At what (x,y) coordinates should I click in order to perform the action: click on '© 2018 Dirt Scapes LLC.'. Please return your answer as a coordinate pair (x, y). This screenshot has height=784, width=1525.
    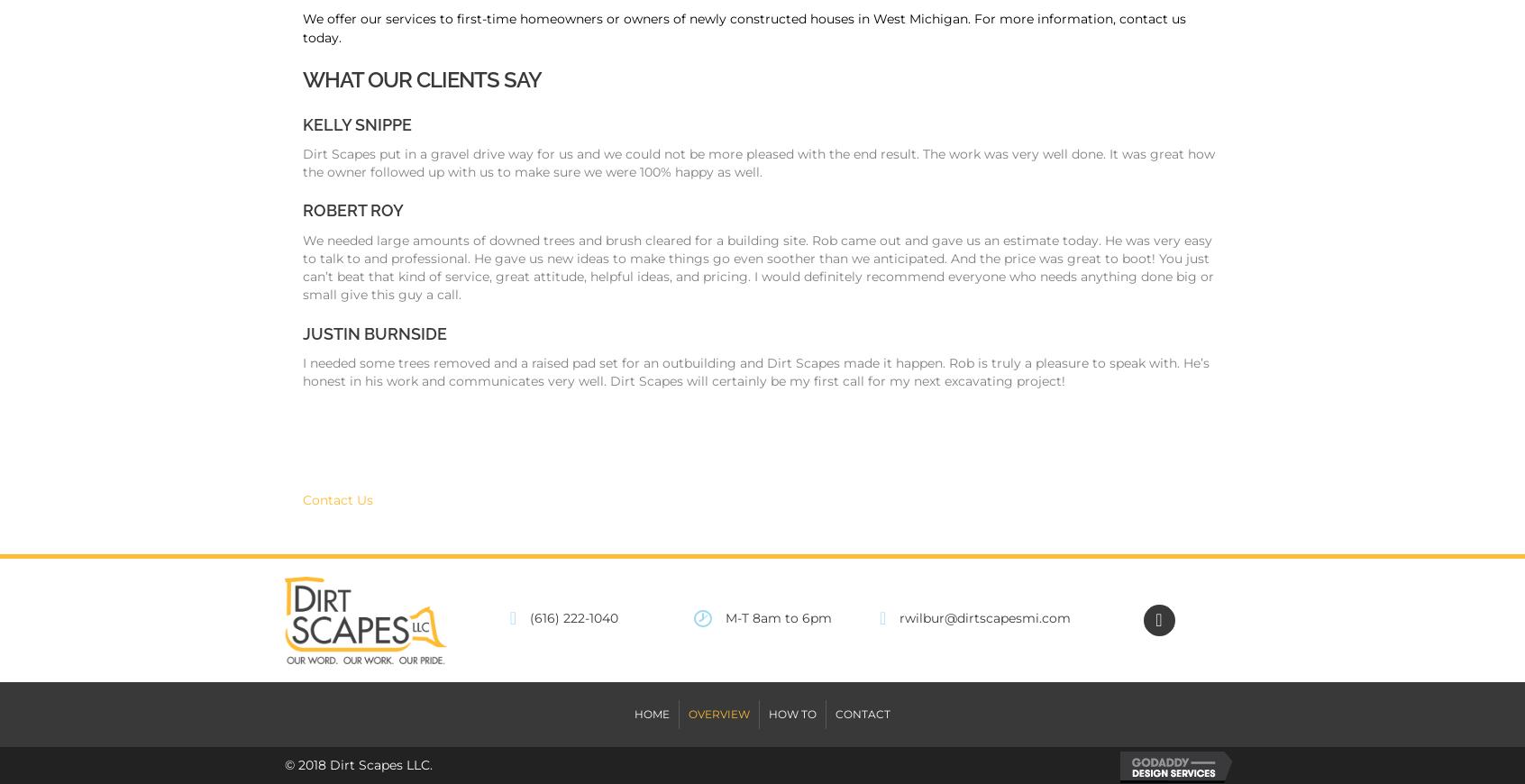
    Looking at the image, I should click on (358, 765).